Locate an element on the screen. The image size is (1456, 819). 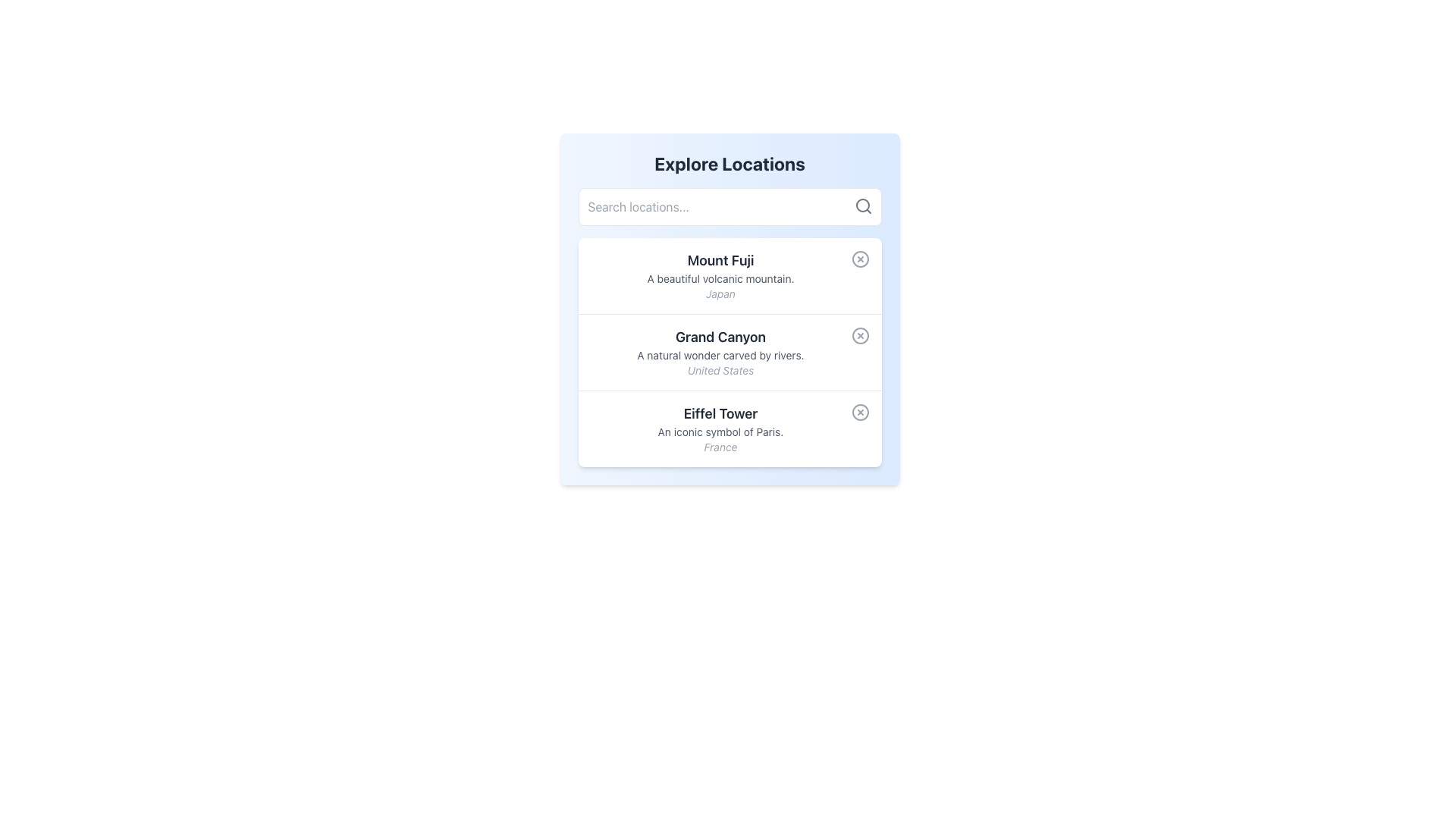
the text block titled 'Grand Canyon', which includes a description and subtext, located in the 'Explore Locations' panel is located at coordinates (720, 353).